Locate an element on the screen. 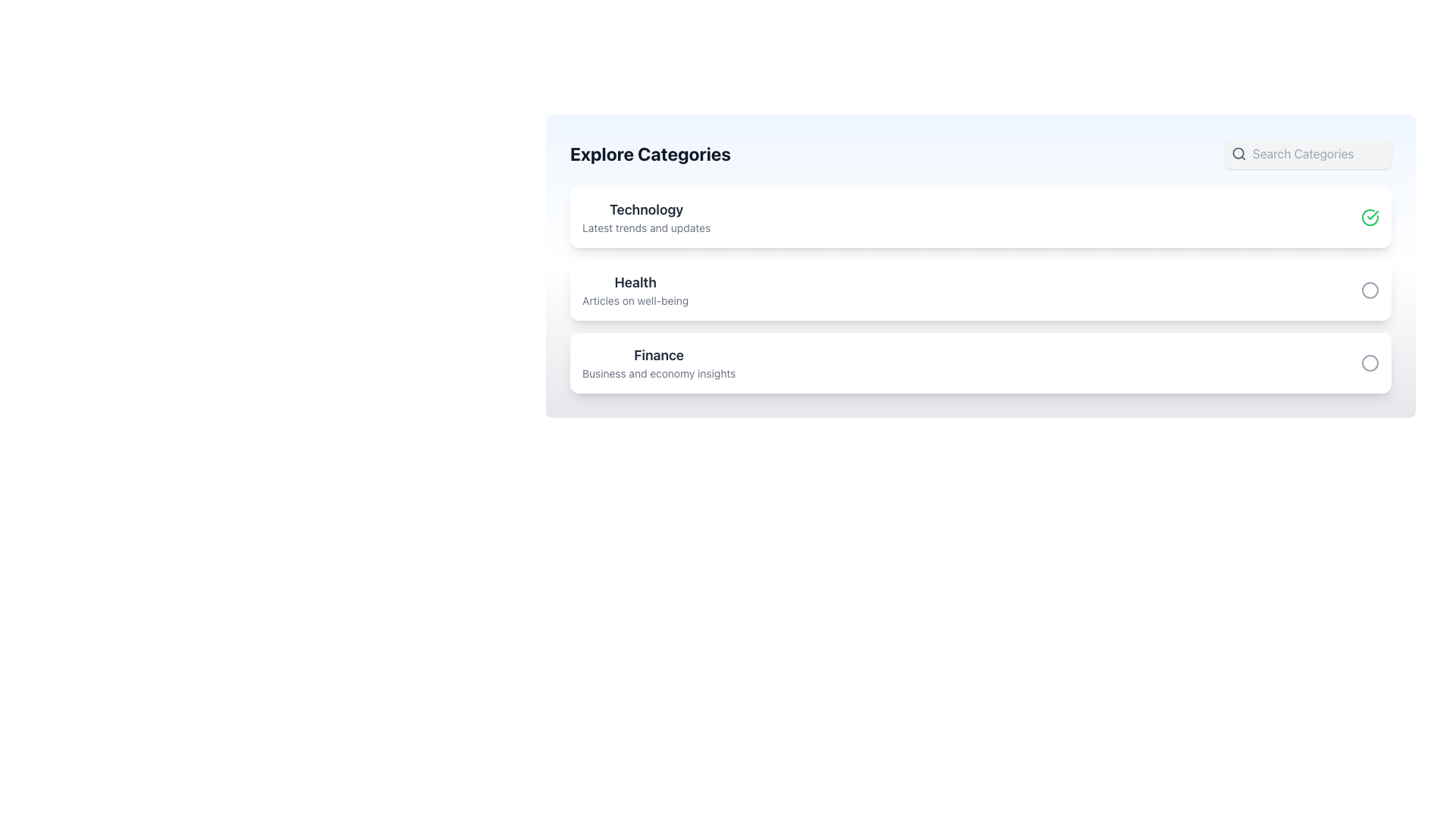 This screenshot has width=1456, height=819. the circular icon representing the 'Finance' category selection in the 'Explore Categories' panel is located at coordinates (1370, 362).